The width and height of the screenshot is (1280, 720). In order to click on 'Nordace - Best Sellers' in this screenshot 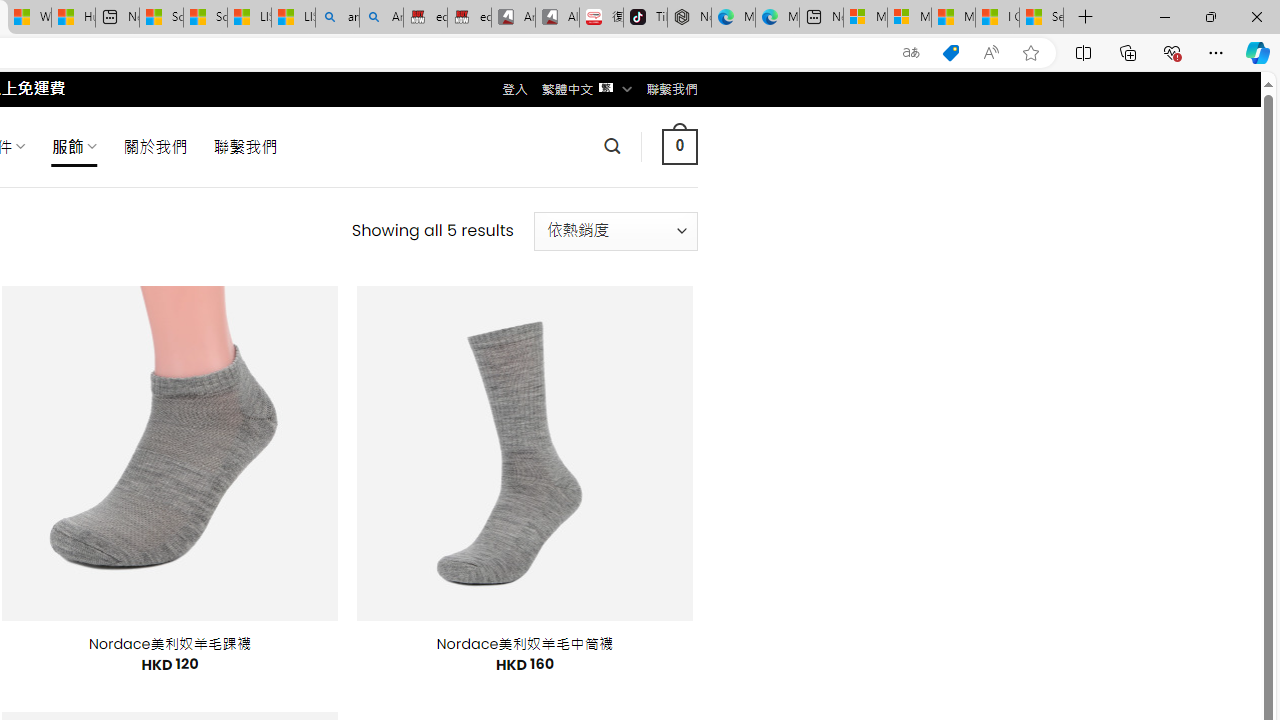, I will do `click(689, 17)`.